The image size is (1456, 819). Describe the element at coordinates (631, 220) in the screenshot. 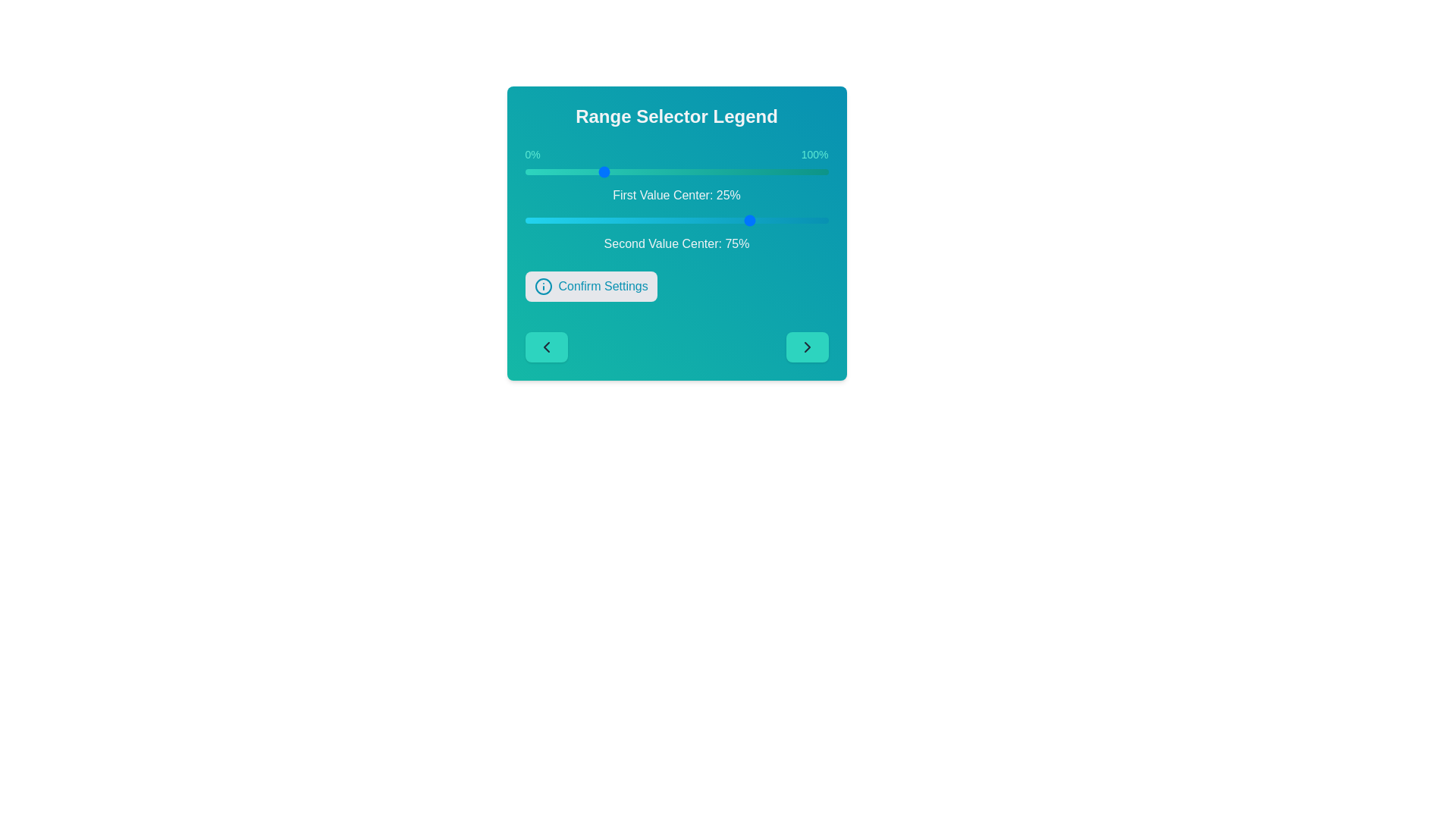

I see `the slider value` at that location.